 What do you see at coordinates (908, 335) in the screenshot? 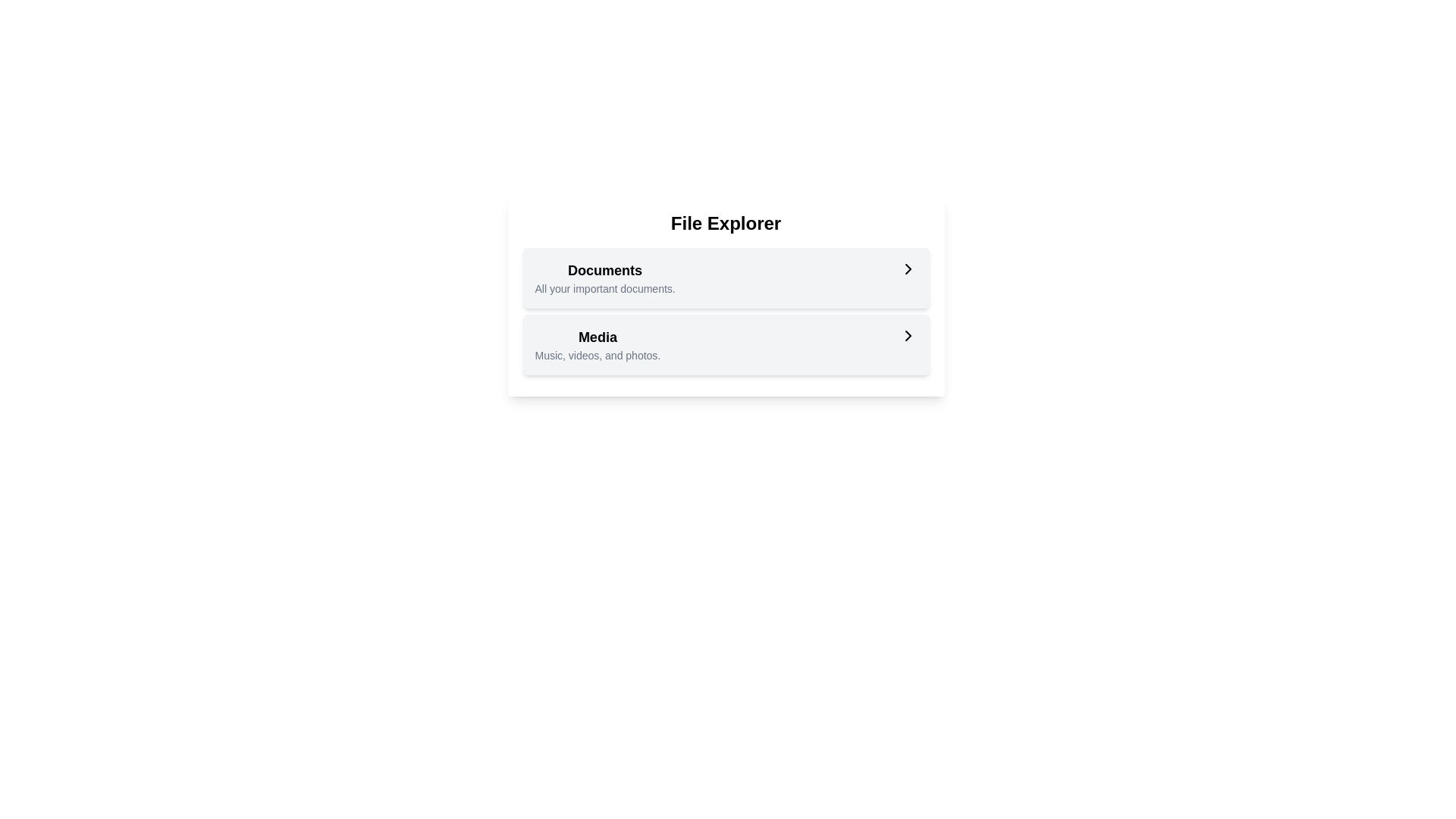
I see `the rightward-pointing chevron arrow icon located to the right of the 'Media' text` at bounding box center [908, 335].